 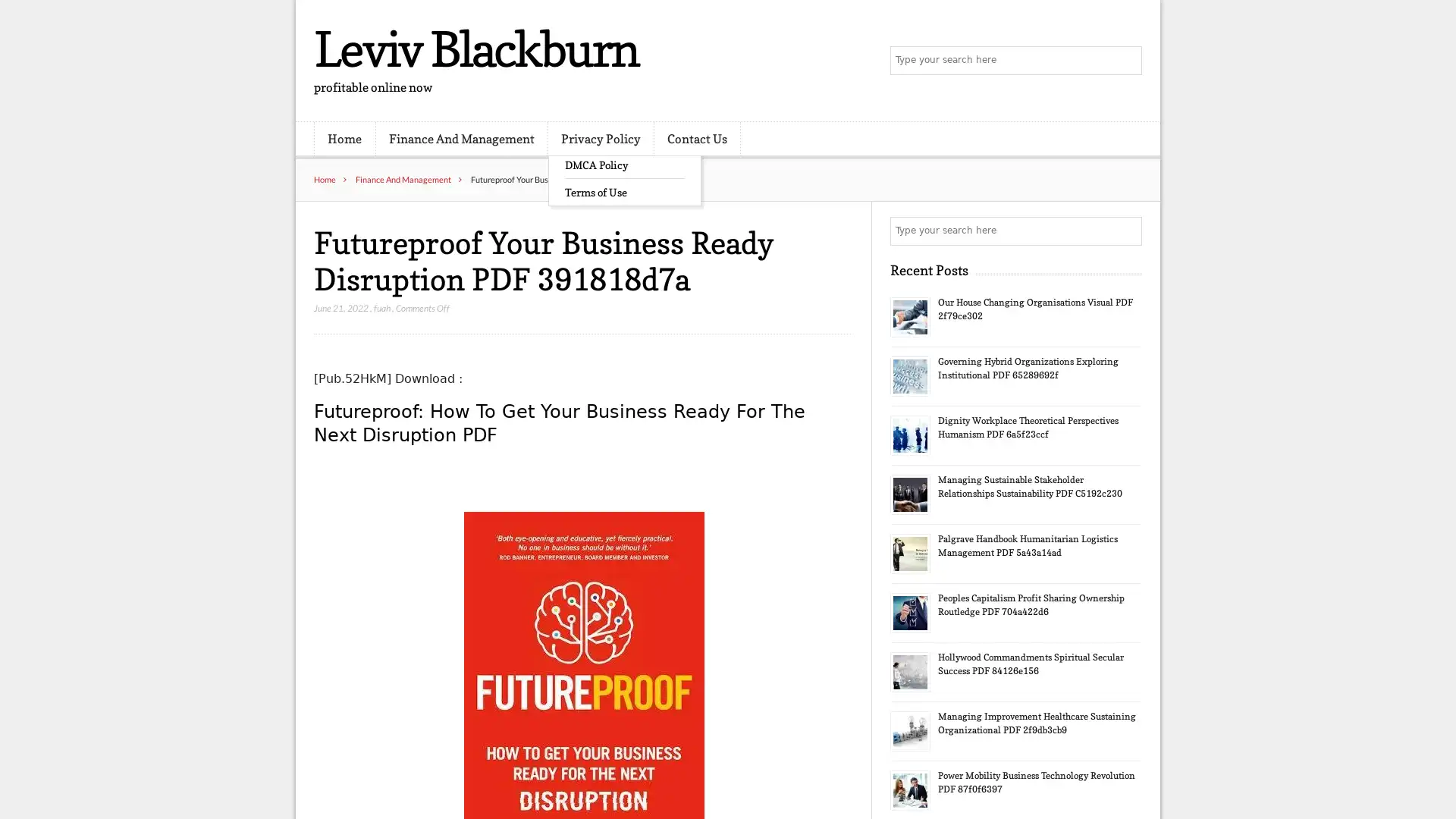 What do you see at coordinates (1126, 231) in the screenshot?
I see `Search` at bounding box center [1126, 231].